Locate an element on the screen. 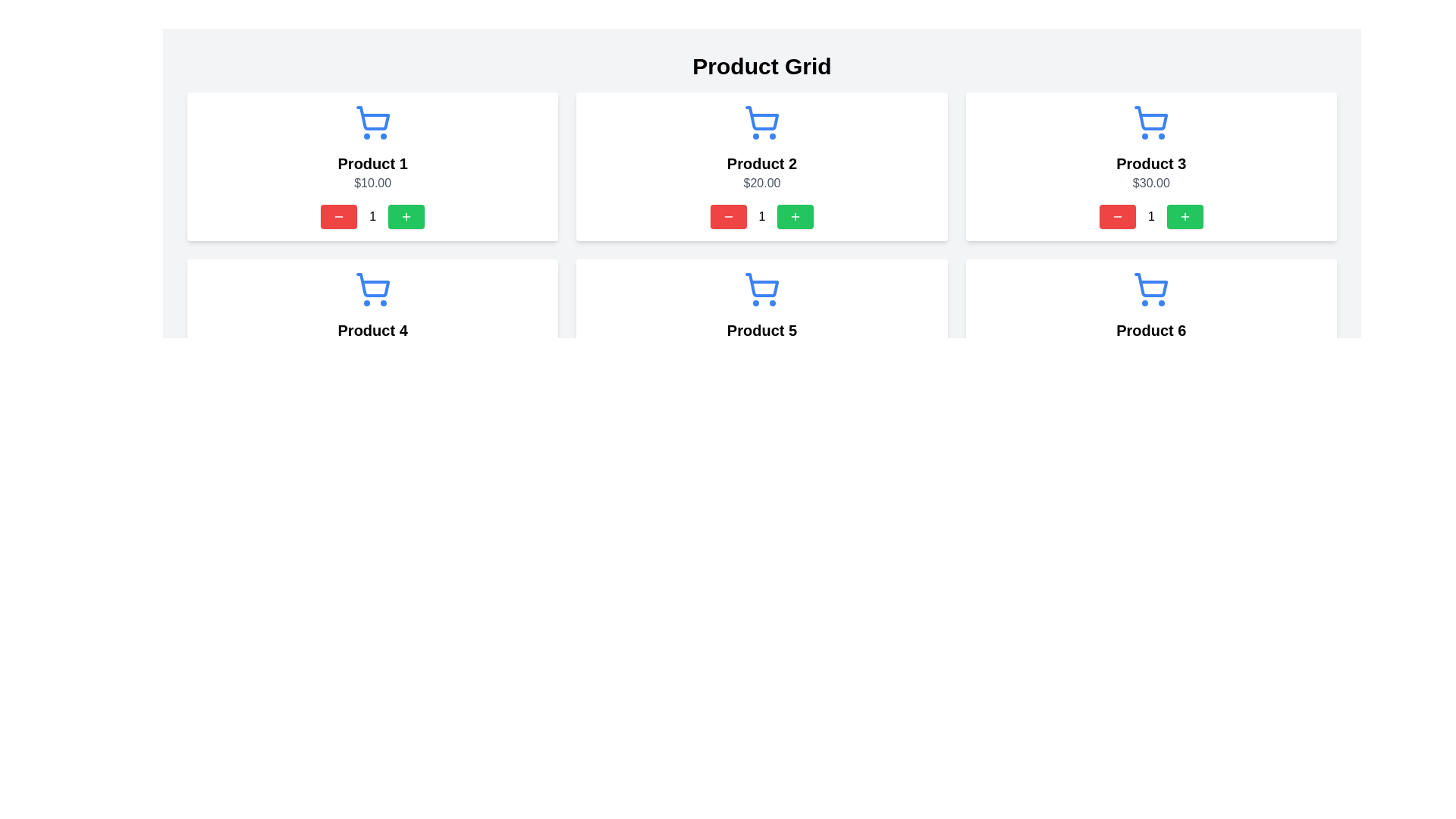 This screenshot has width=1456, height=819. the quantity label that displays the current product quantity, located between the minus button on the left and the plus button on the right in the product control area is located at coordinates (372, 216).